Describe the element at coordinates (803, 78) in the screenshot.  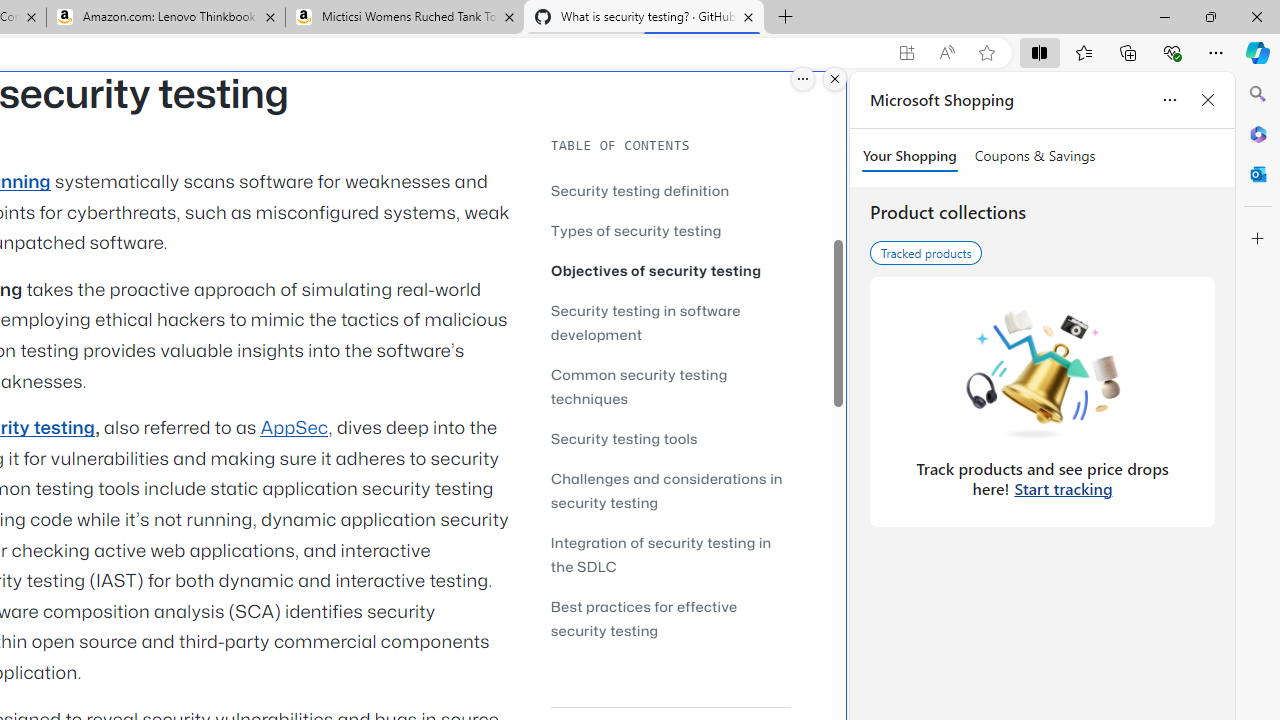
I see `'More options.'` at that location.